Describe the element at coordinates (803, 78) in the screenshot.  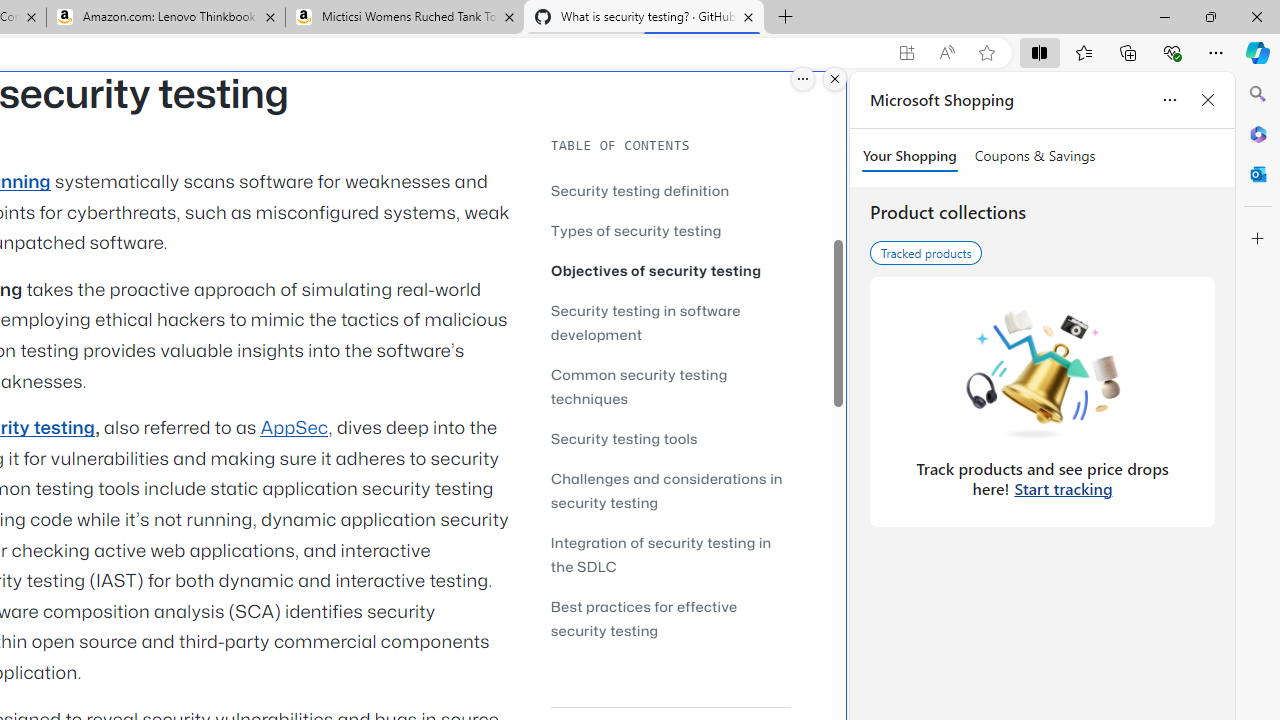
I see `'More options.'` at that location.